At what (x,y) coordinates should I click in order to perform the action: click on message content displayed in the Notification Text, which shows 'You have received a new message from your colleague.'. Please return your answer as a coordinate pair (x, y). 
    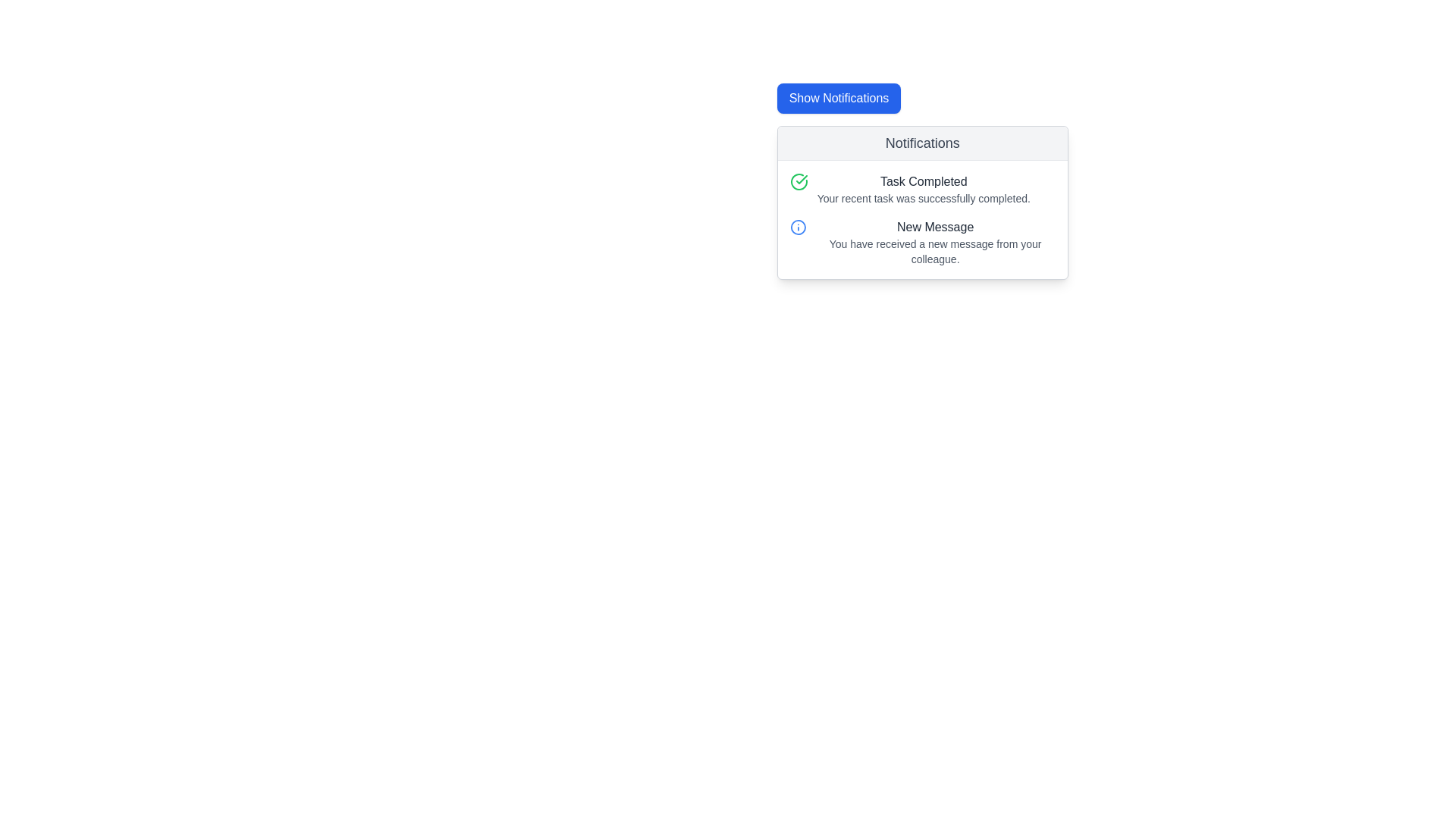
    Looking at the image, I should click on (934, 242).